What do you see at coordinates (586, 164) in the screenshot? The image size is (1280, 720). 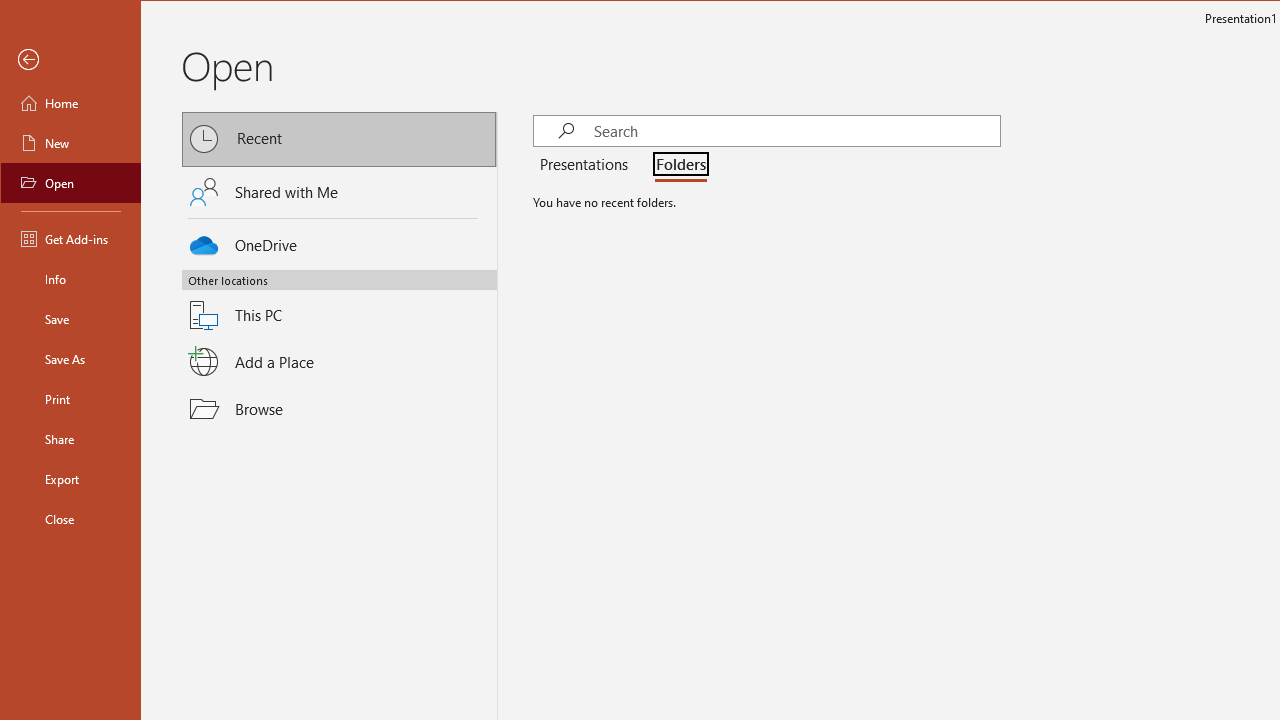 I see `'Presentations'` at bounding box center [586, 164].